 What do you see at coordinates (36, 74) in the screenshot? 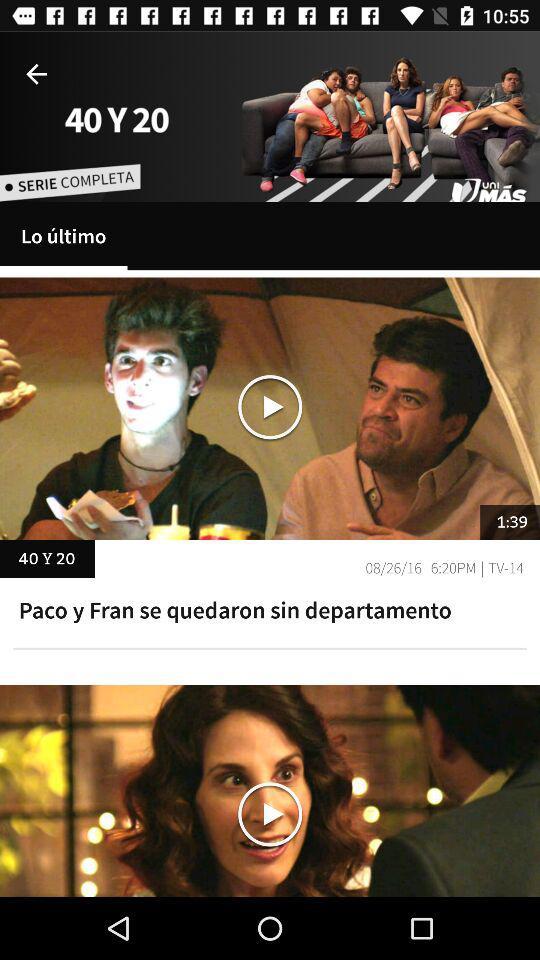
I see `previous` at bounding box center [36, 74].